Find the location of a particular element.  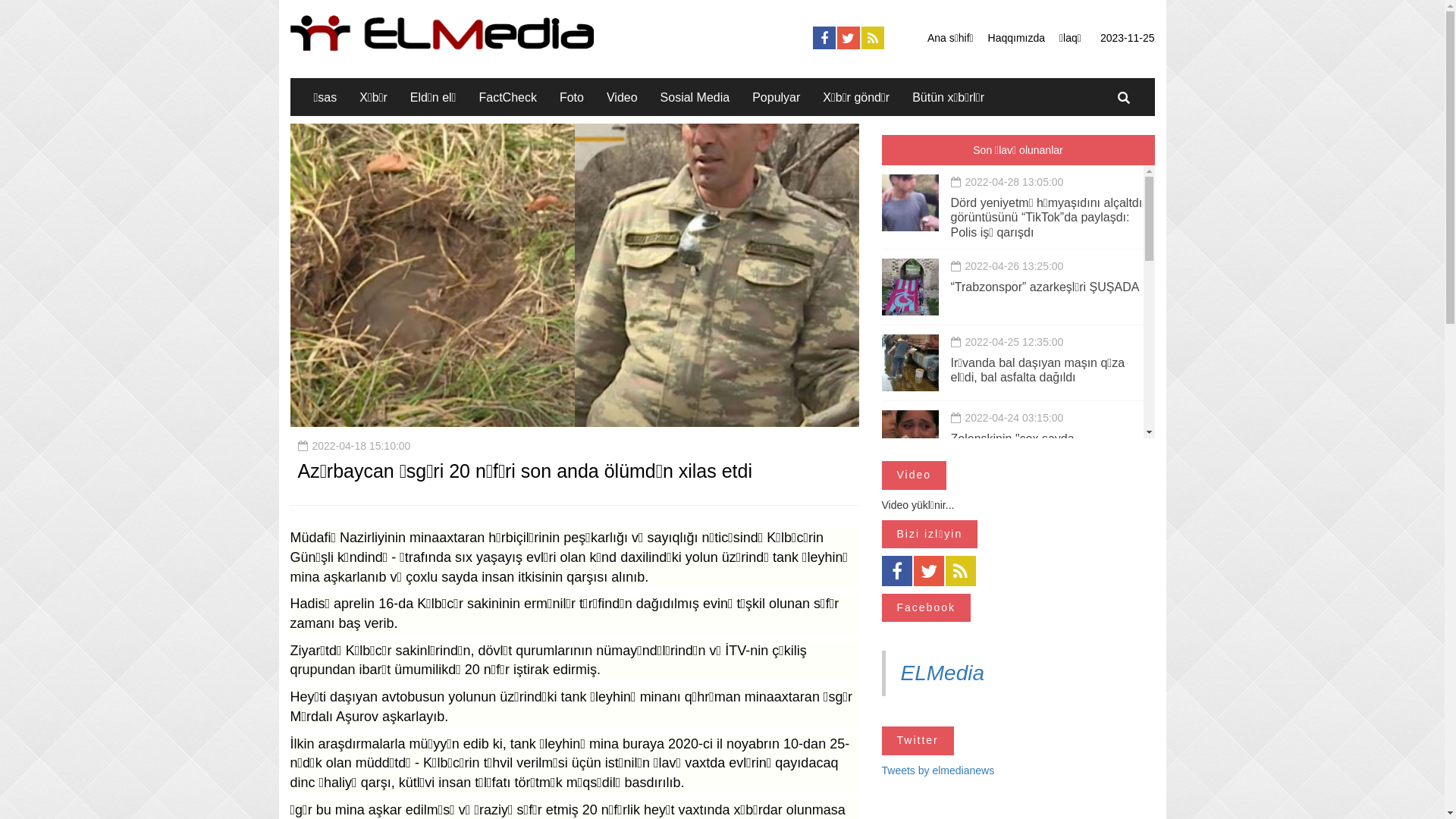

'Tweets by elmedianews' is located at coordinates (937, 770).